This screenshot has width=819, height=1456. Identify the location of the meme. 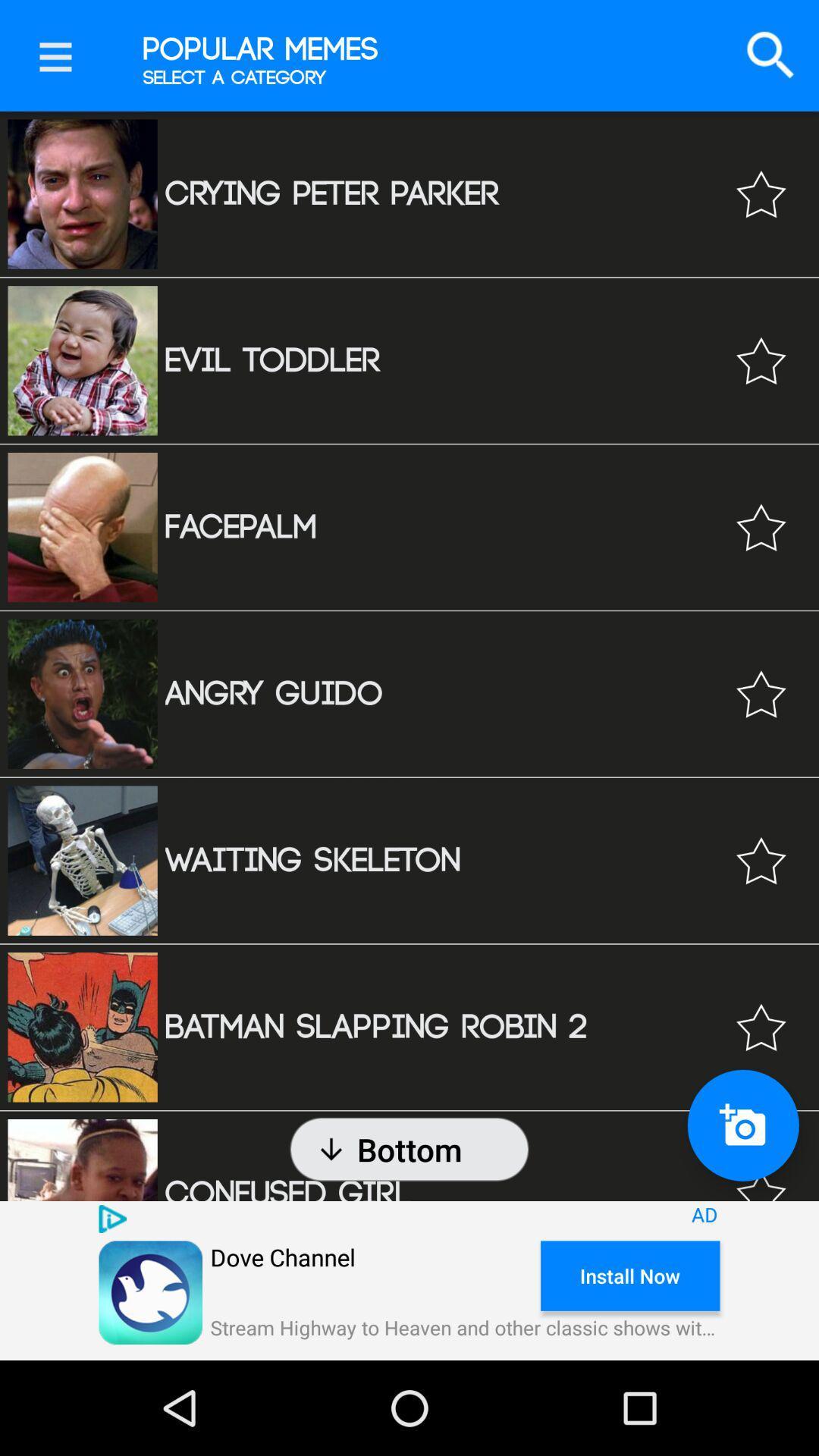
(761, 861).